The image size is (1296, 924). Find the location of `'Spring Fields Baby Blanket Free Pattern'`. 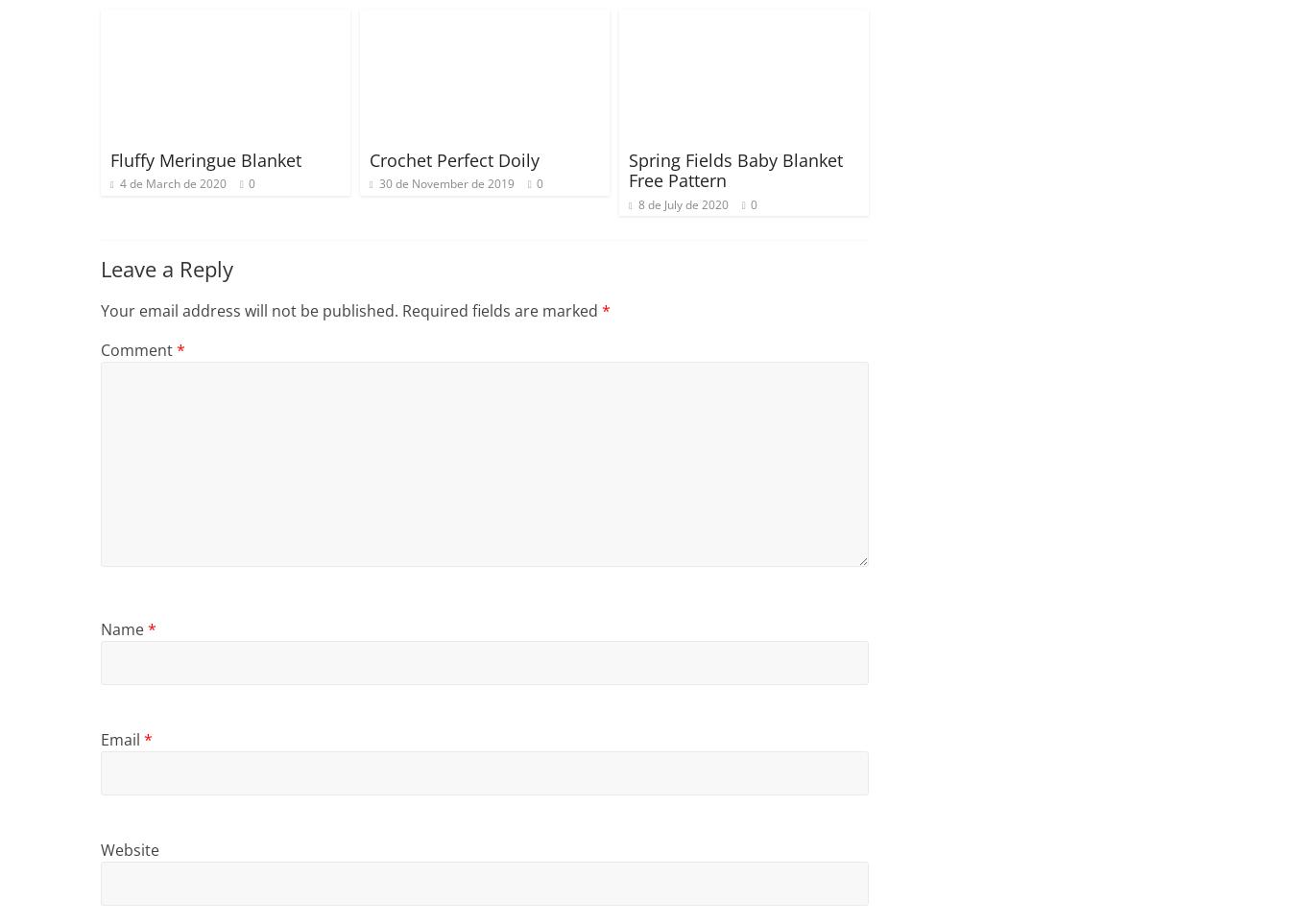

'Spring Fields Baby Blanket Free Pattern' is located at coordinates (734, 168).